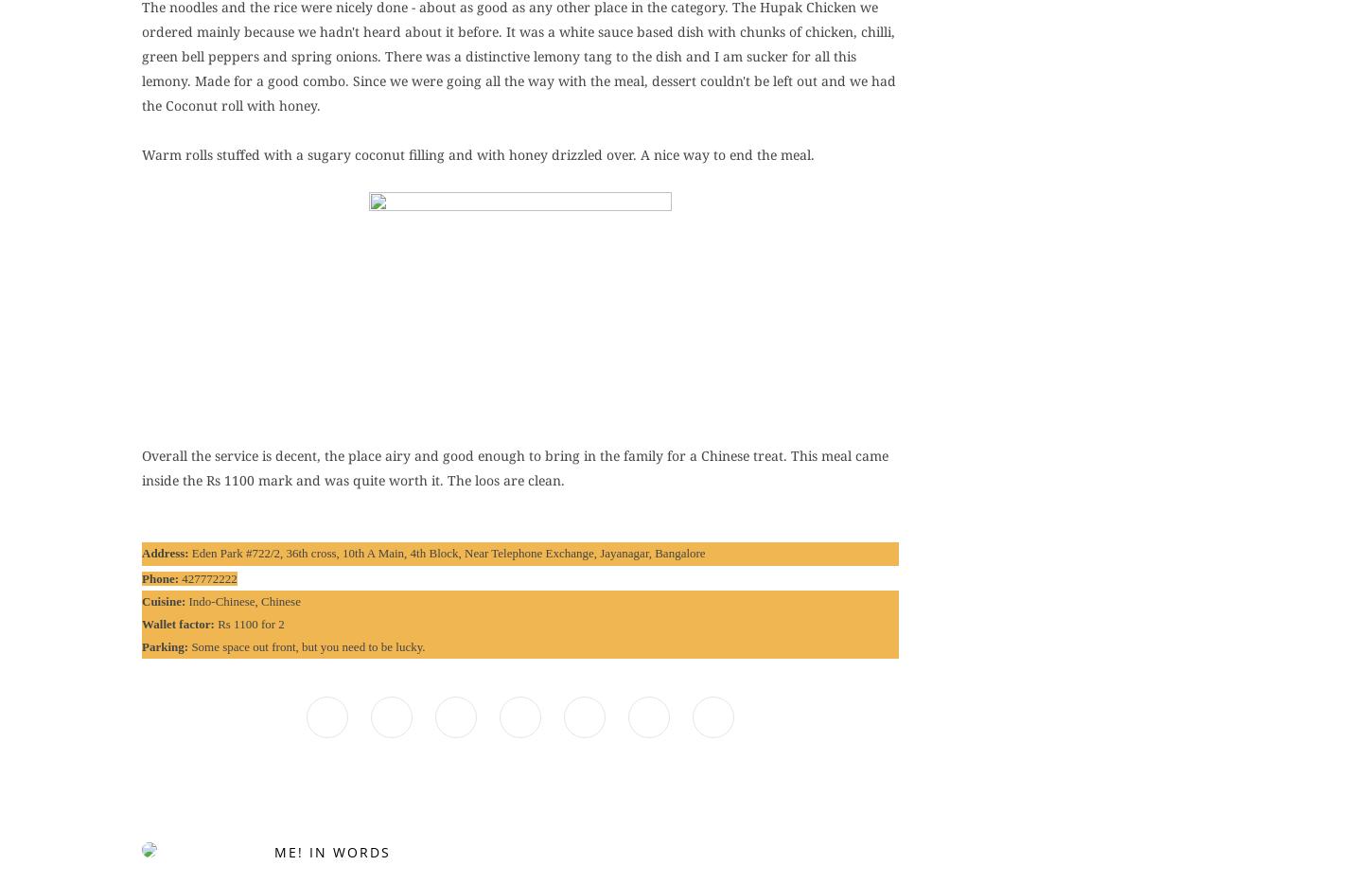  Describe the element at coordinates (140, 622) in the screenshot. I see `'Wallet factor:'` at that location.